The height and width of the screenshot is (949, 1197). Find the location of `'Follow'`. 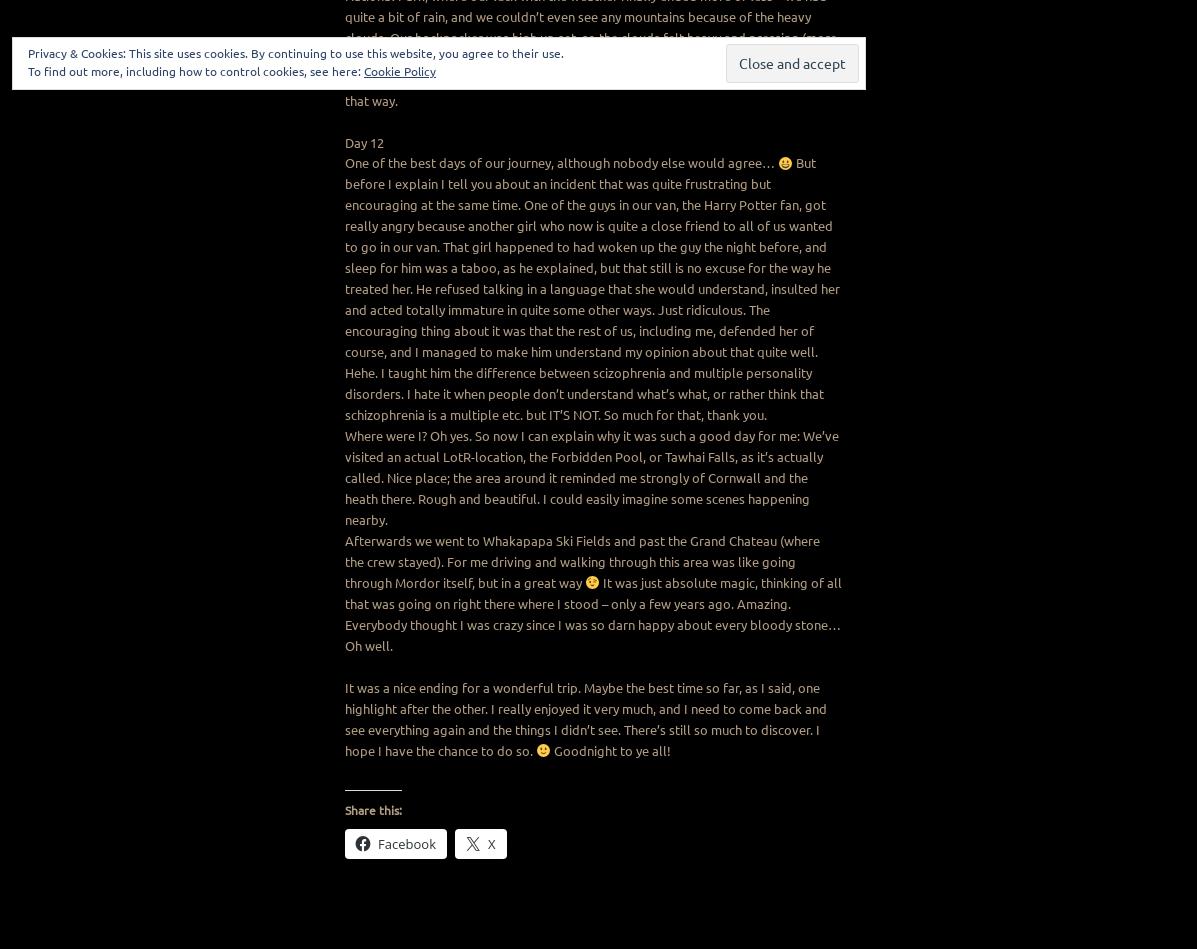

'Follow' is located at coordinates (795, 74).